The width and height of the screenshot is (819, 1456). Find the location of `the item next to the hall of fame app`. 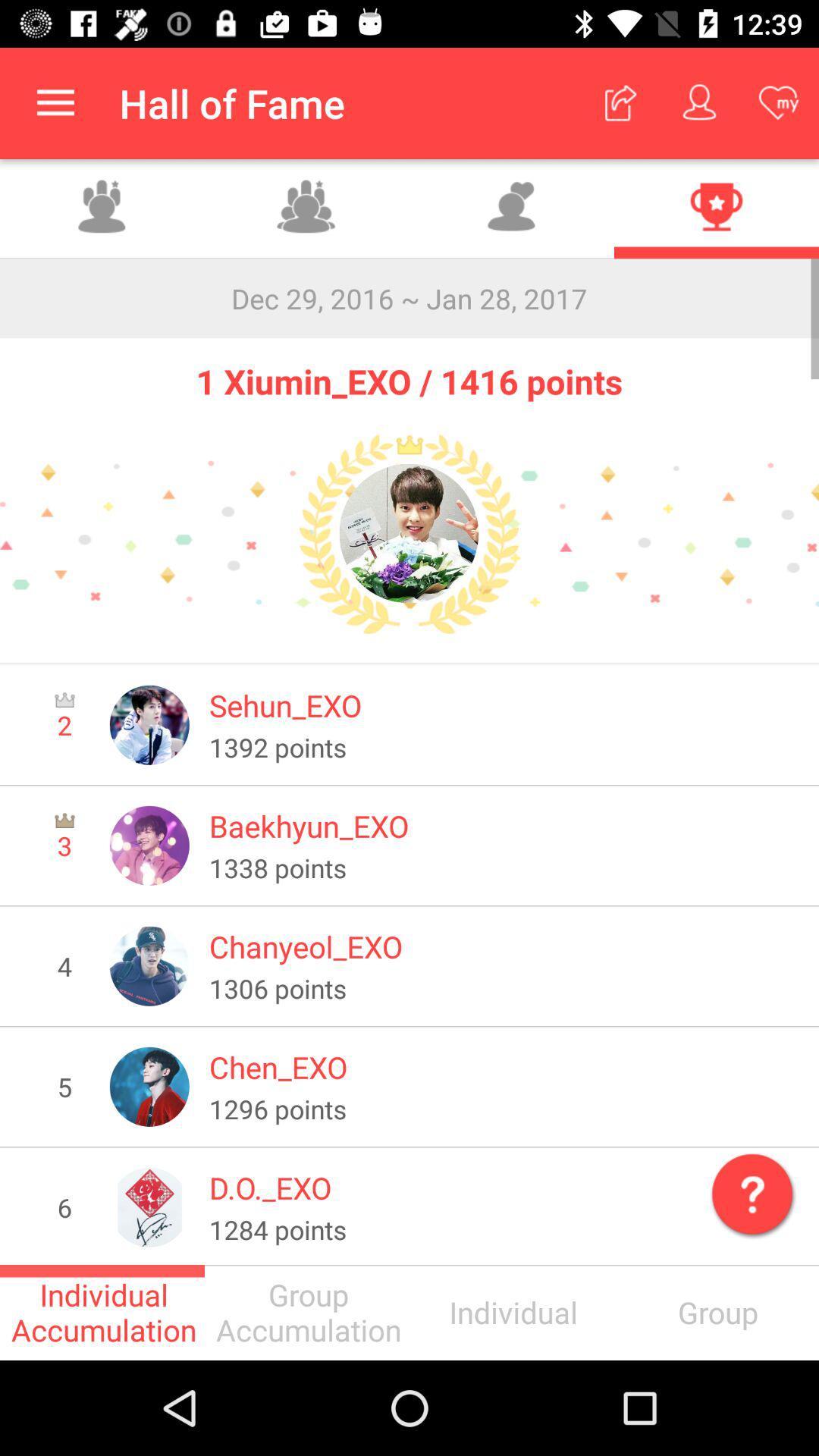

the item next to the hall of fame app is located at coordinates (55, 102).